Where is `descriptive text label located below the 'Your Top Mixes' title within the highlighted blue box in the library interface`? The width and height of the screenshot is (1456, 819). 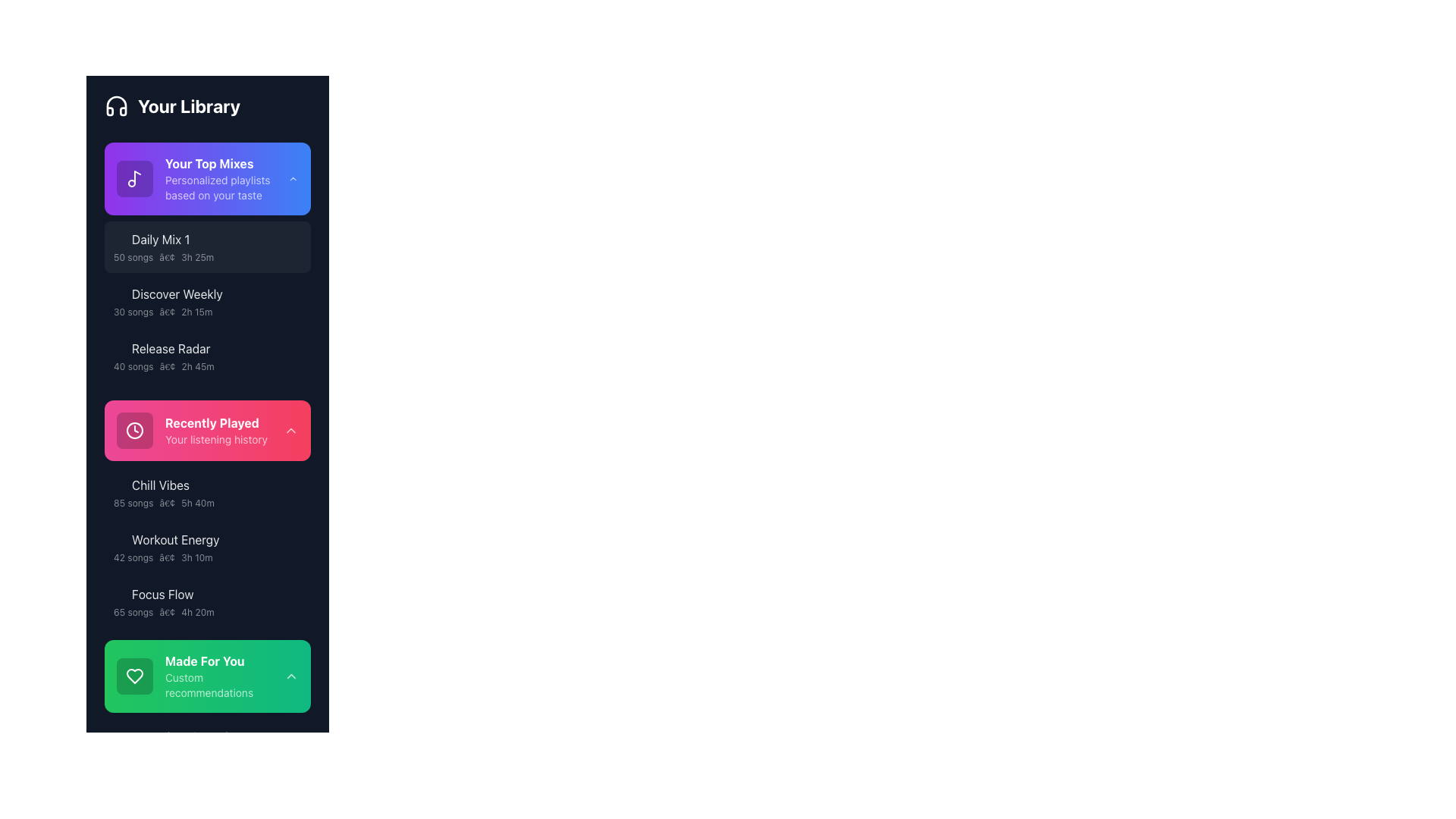 descriptive text label located below the 'Your Top Mixes' title within the highlighted blue box in the library interface is located at coordinates (226, 187).